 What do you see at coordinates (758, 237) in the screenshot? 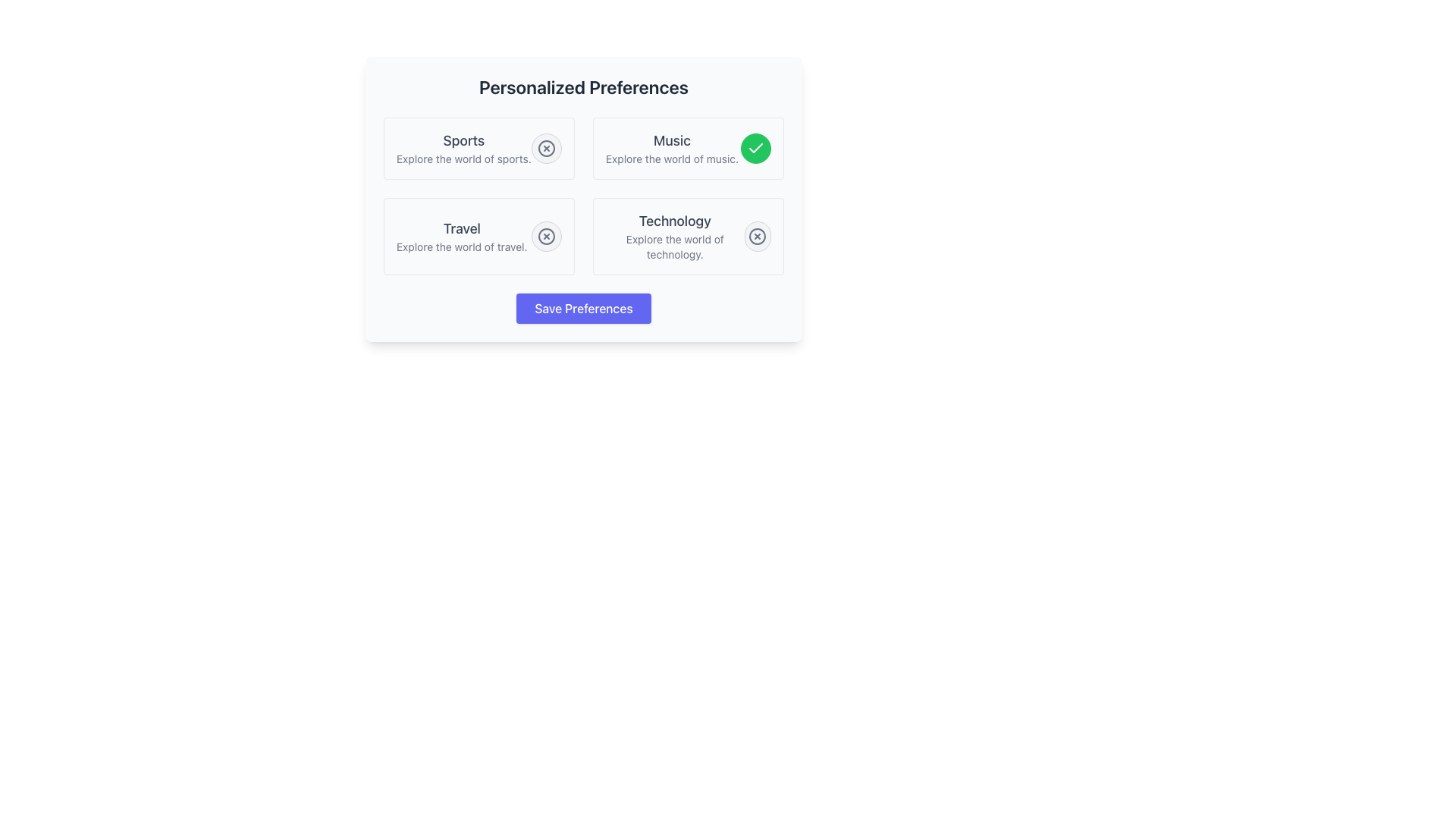
I see `the small circular button with a white background and gray 'x' icon located in the lower right corner of the 'Technology' preference card` at bounding box center [758, 237].